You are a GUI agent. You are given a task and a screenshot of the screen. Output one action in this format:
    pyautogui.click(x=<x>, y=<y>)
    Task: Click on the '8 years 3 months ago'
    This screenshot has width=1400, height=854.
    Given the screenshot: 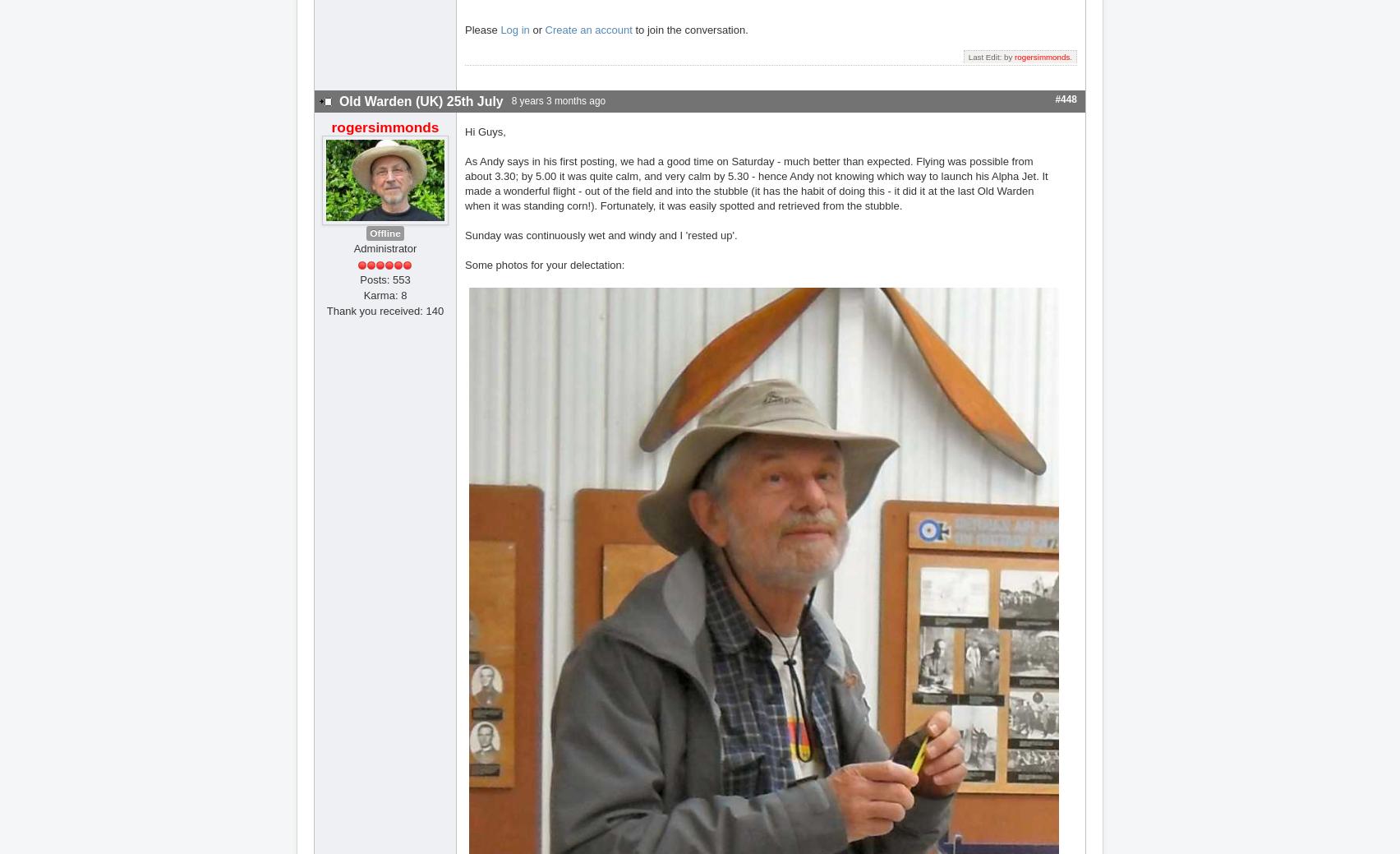 What is the action you would take?
    pyautogui.click(x=557, y=99)
    